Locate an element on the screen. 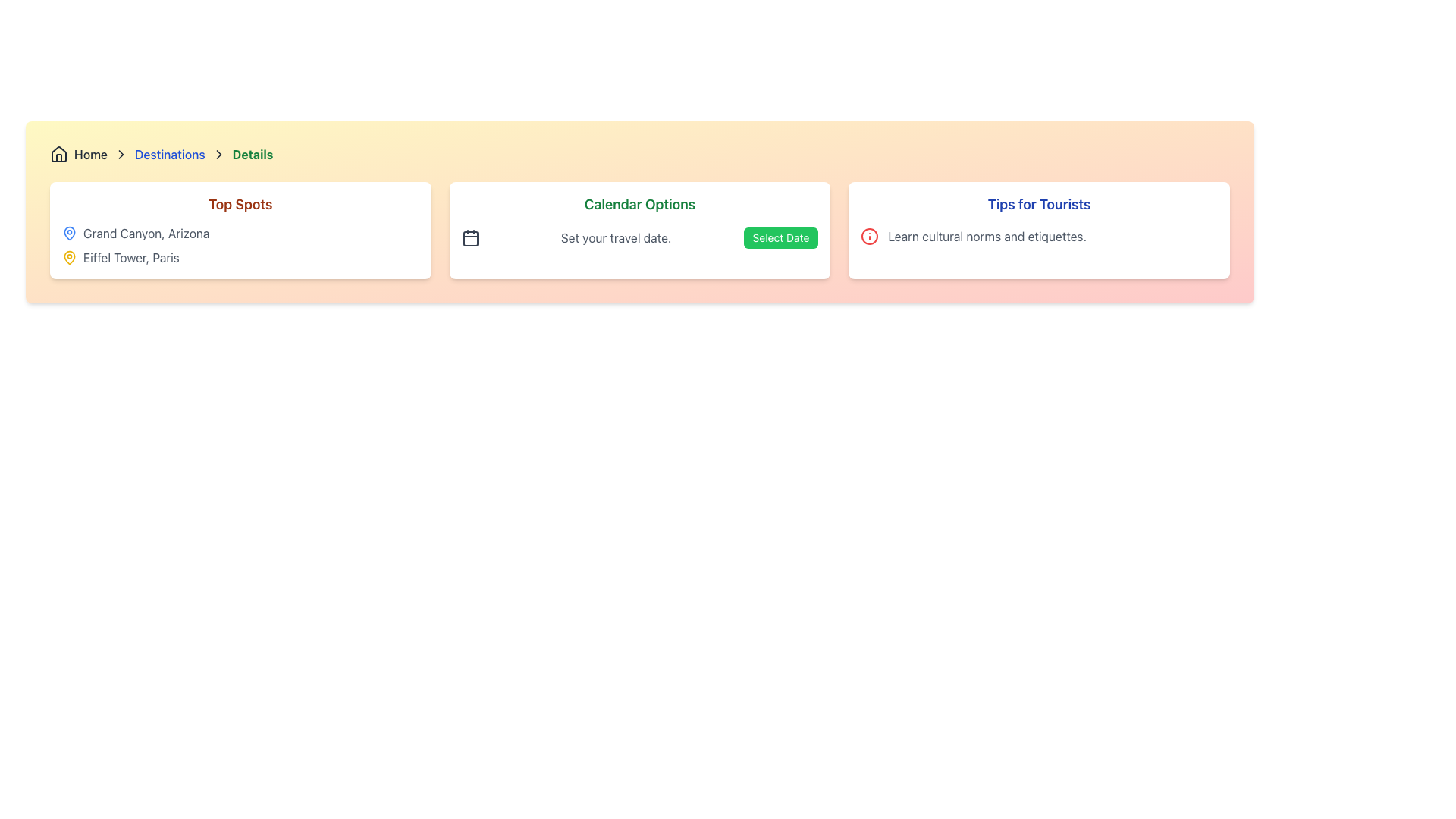 This screenshot has height=819, width=1456. the third SVG icon in the breadcrumb navigation, located between 'Destinations' and 'Details', to visually separate items without triggering any interaction is located at coordinates (218, 155).